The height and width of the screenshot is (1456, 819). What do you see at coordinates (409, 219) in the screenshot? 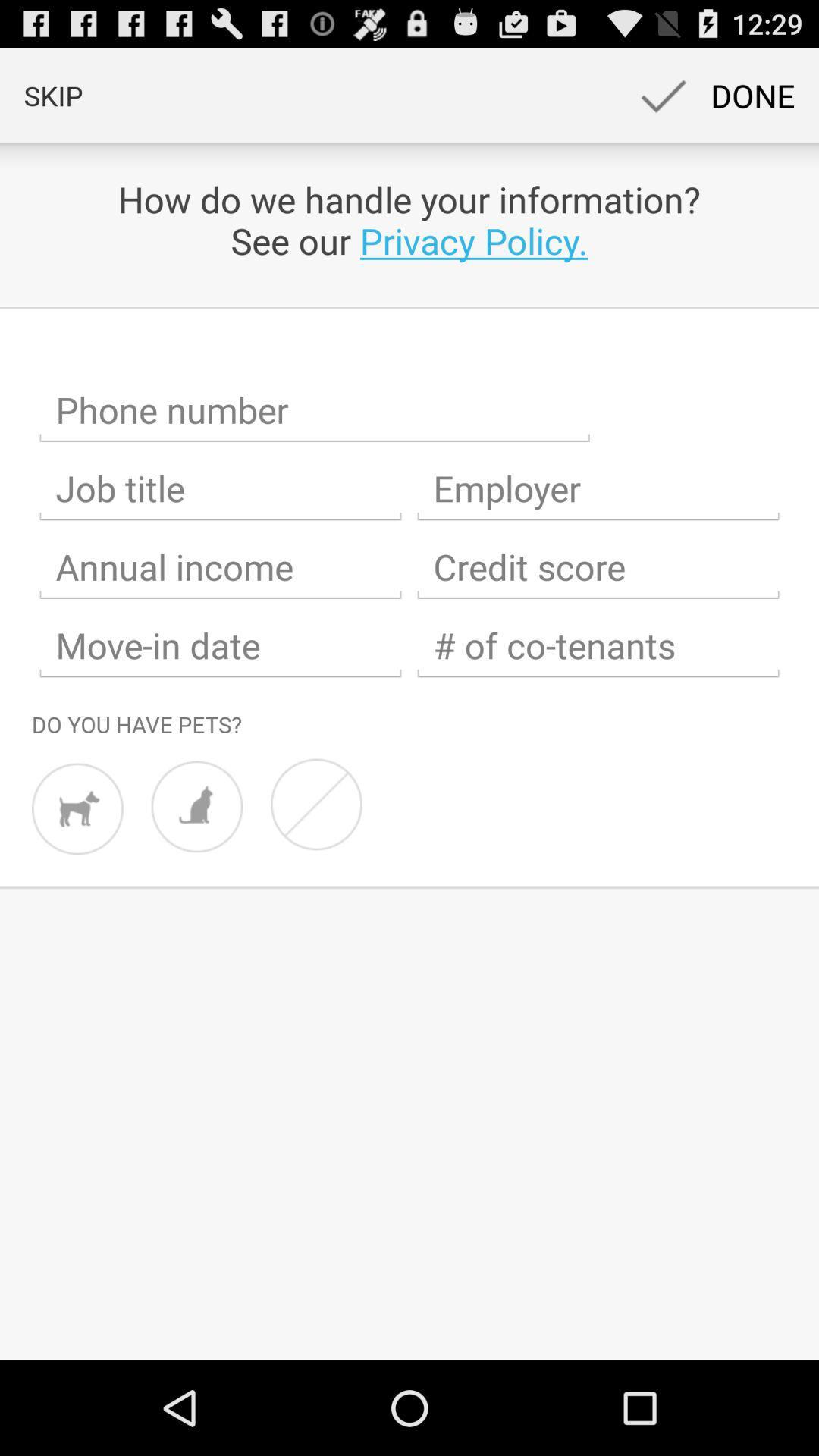
I see `the app below skip app` at bounding box center [409, 219].